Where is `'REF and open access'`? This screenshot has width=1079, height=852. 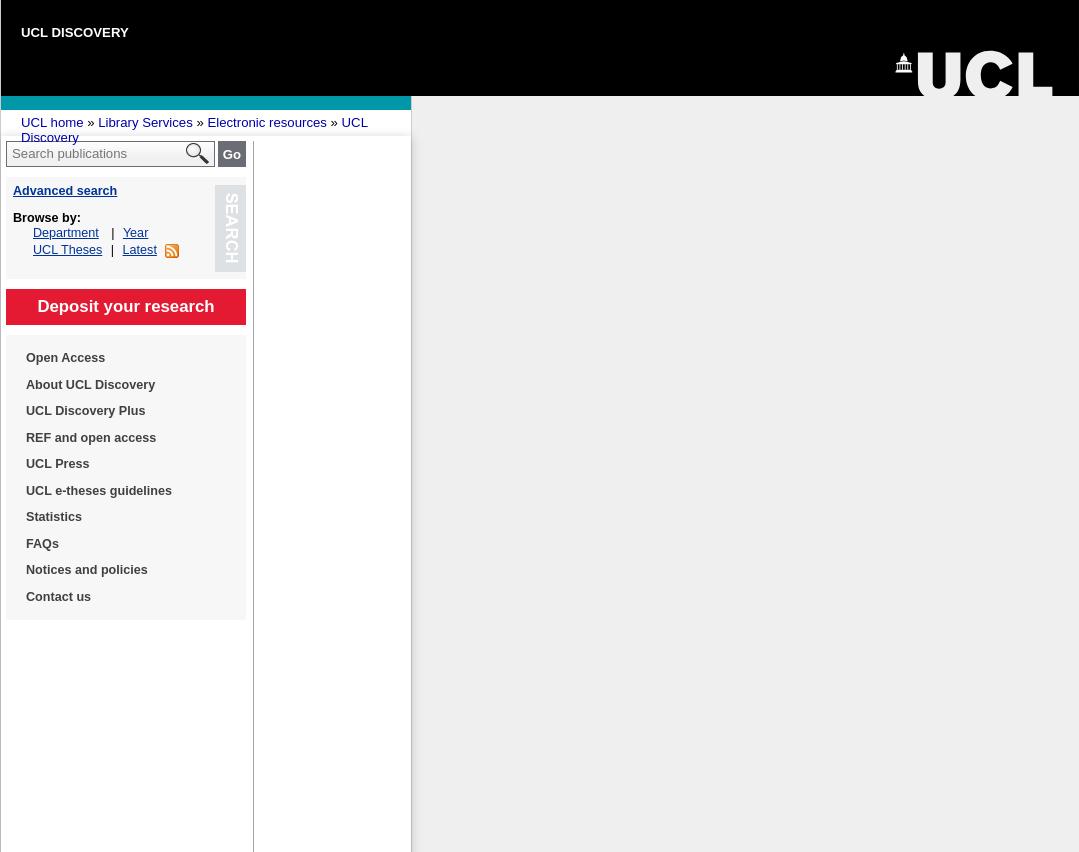 'REF and open access' is located at coordinates (90, 435).